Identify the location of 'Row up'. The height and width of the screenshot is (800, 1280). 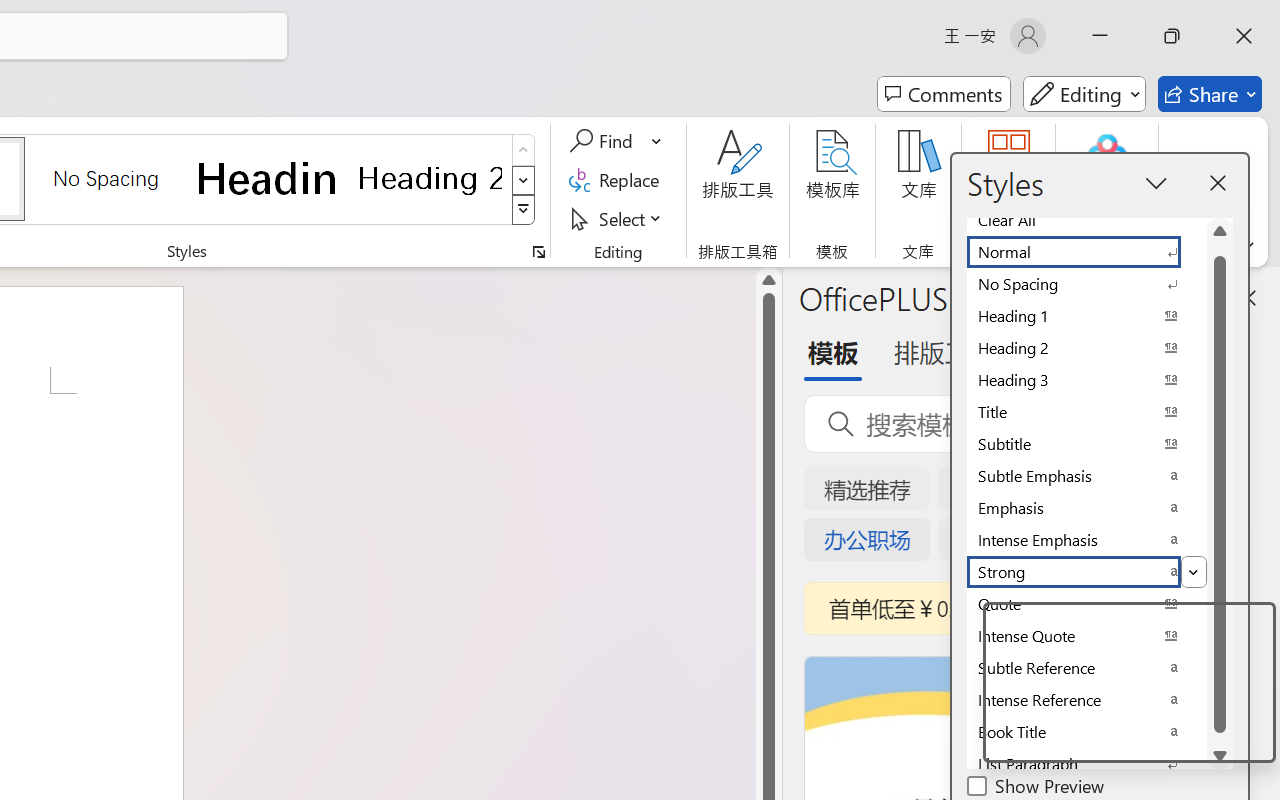
(523, 150).